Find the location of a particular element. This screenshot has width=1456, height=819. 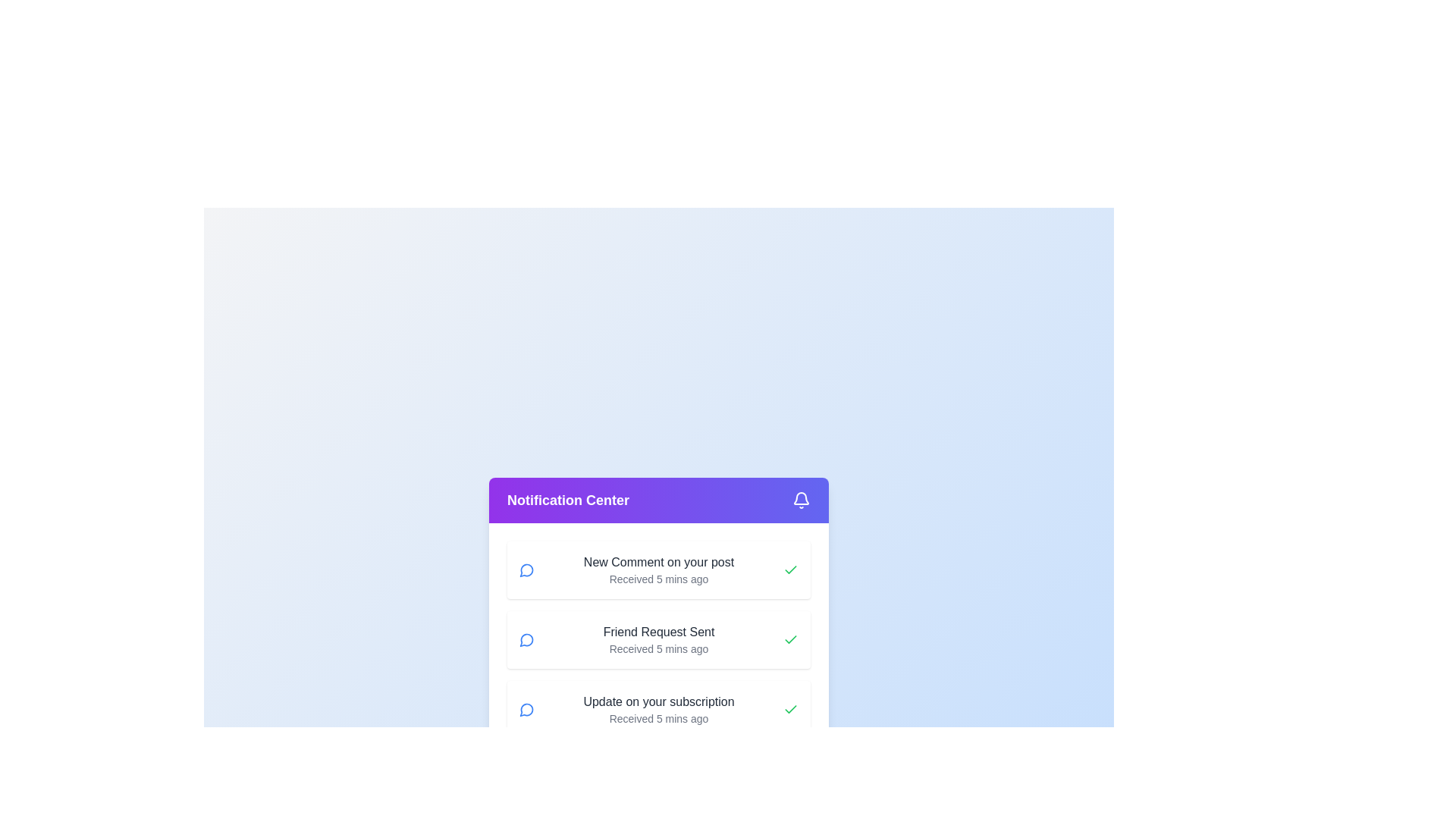

the green checkmark icon located on the right side of the third notification tile, which indicates success or completion is located at coordinates (789, 639).